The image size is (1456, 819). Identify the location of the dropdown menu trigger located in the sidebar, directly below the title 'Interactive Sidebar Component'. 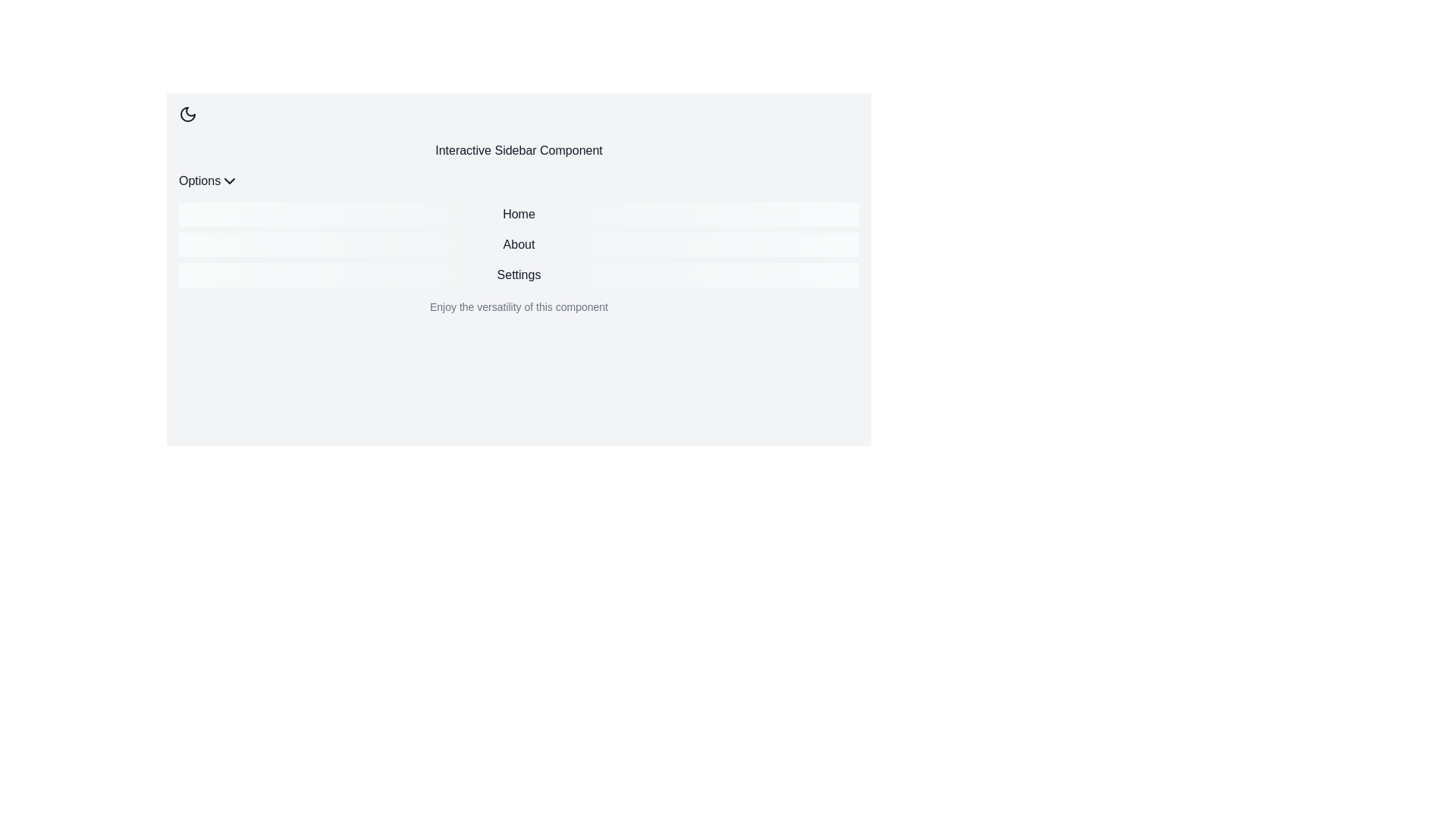
(208, 180).